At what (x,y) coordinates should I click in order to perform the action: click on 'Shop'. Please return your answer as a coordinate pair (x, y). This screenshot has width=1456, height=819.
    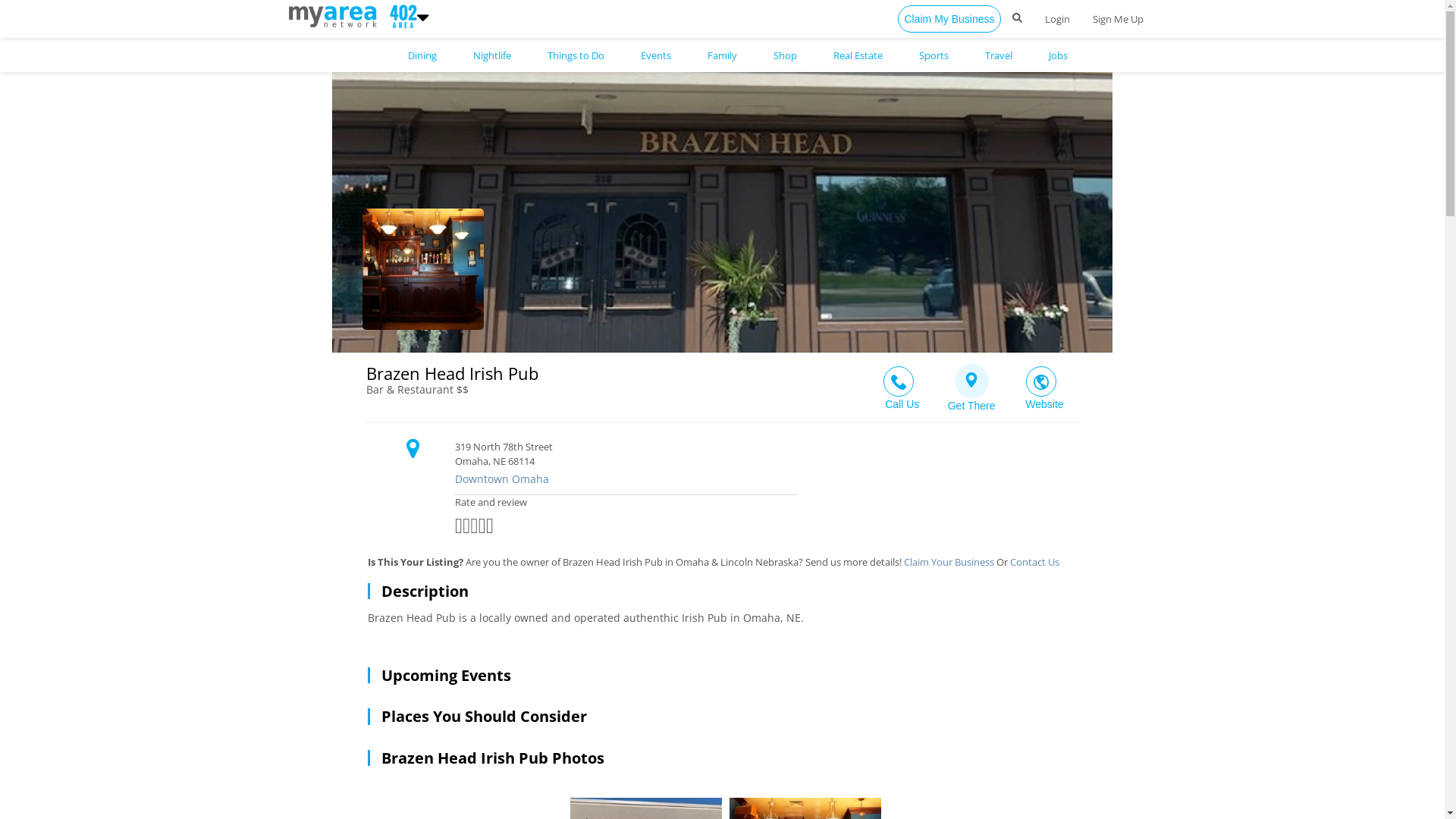
    Looking at the image, I should click on (785, 55).